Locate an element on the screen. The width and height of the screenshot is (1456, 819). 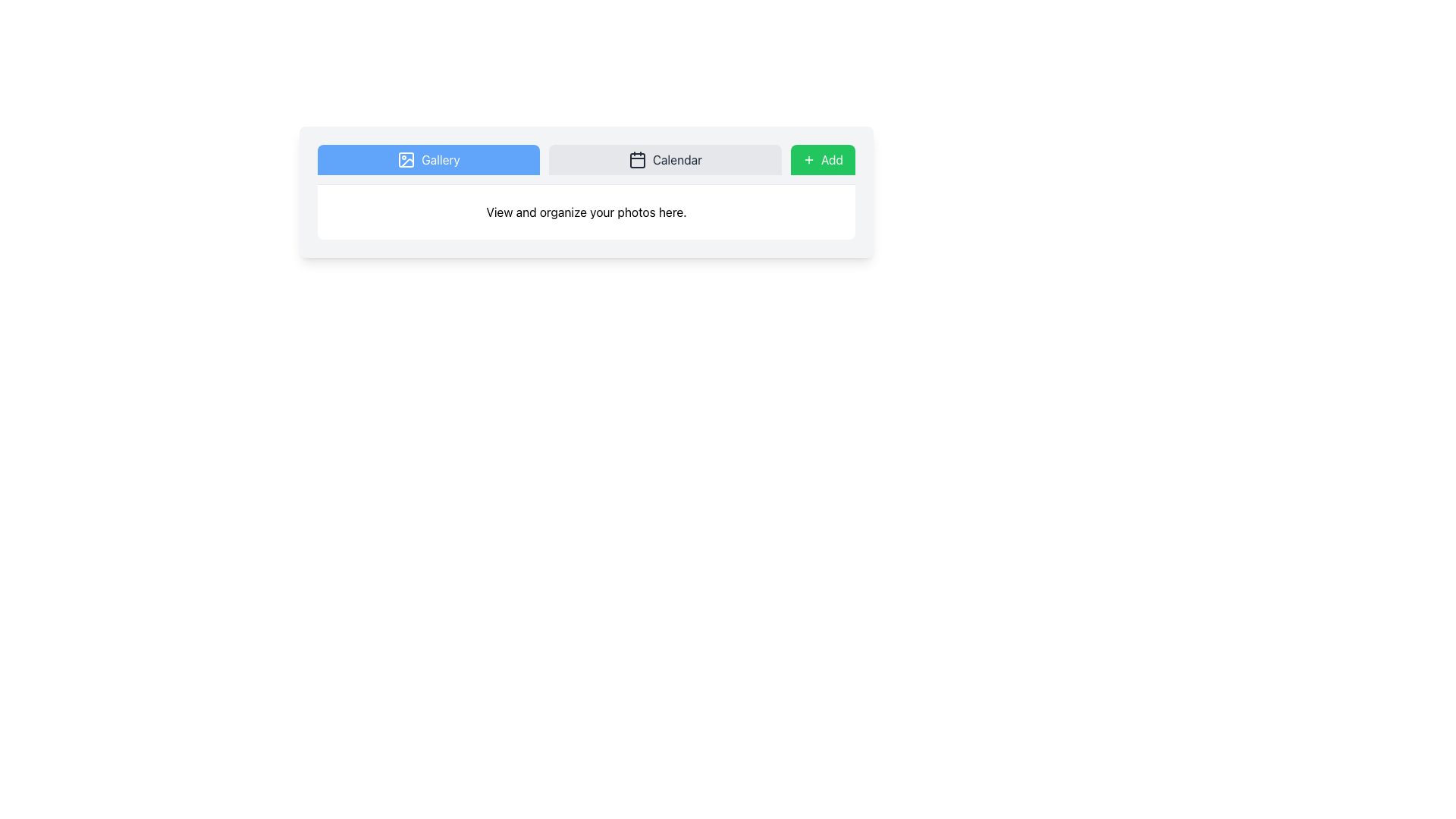
the 'Gallery' button, which is a horizontally elongated button with a light blue background and white text on the upper central section of the interface is located at coordinates (428, 160).